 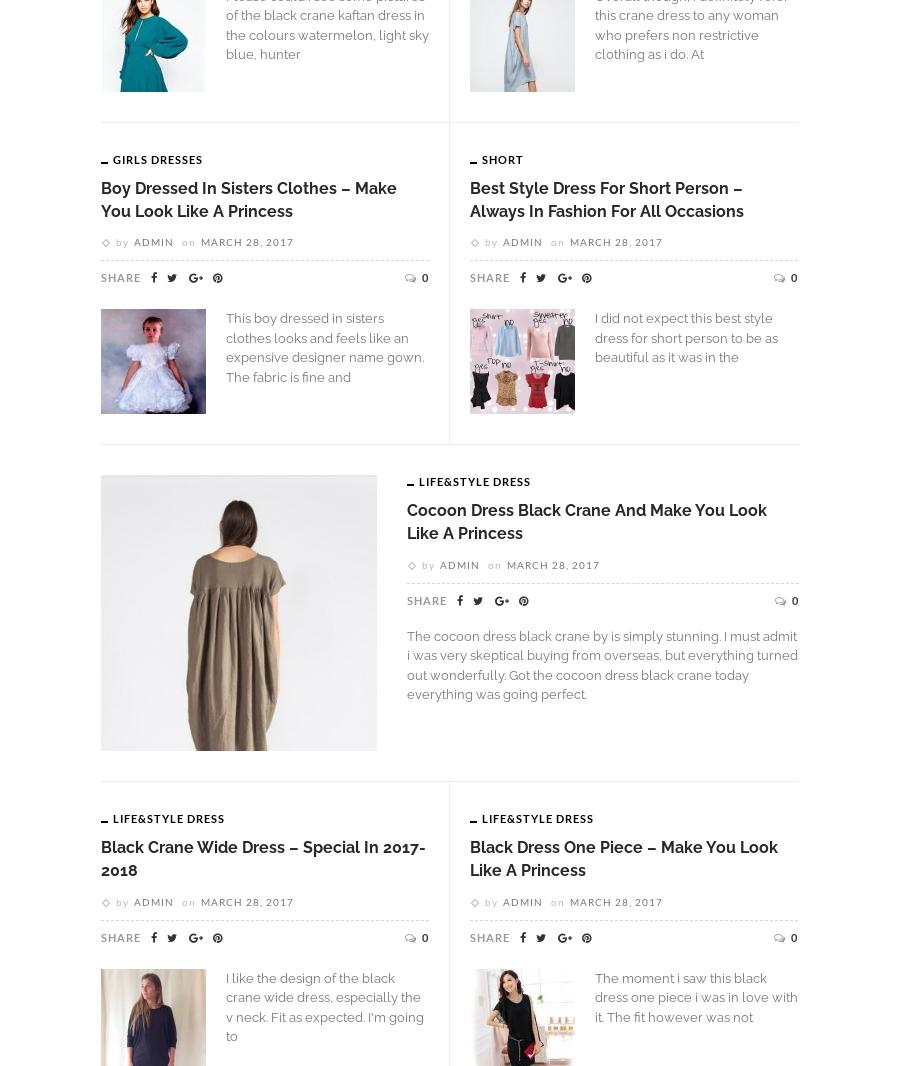 What do you see at coordinates (158, 157) in the screenshot?
I see `'Girls Dresses'` at bounding box center [158, 157].